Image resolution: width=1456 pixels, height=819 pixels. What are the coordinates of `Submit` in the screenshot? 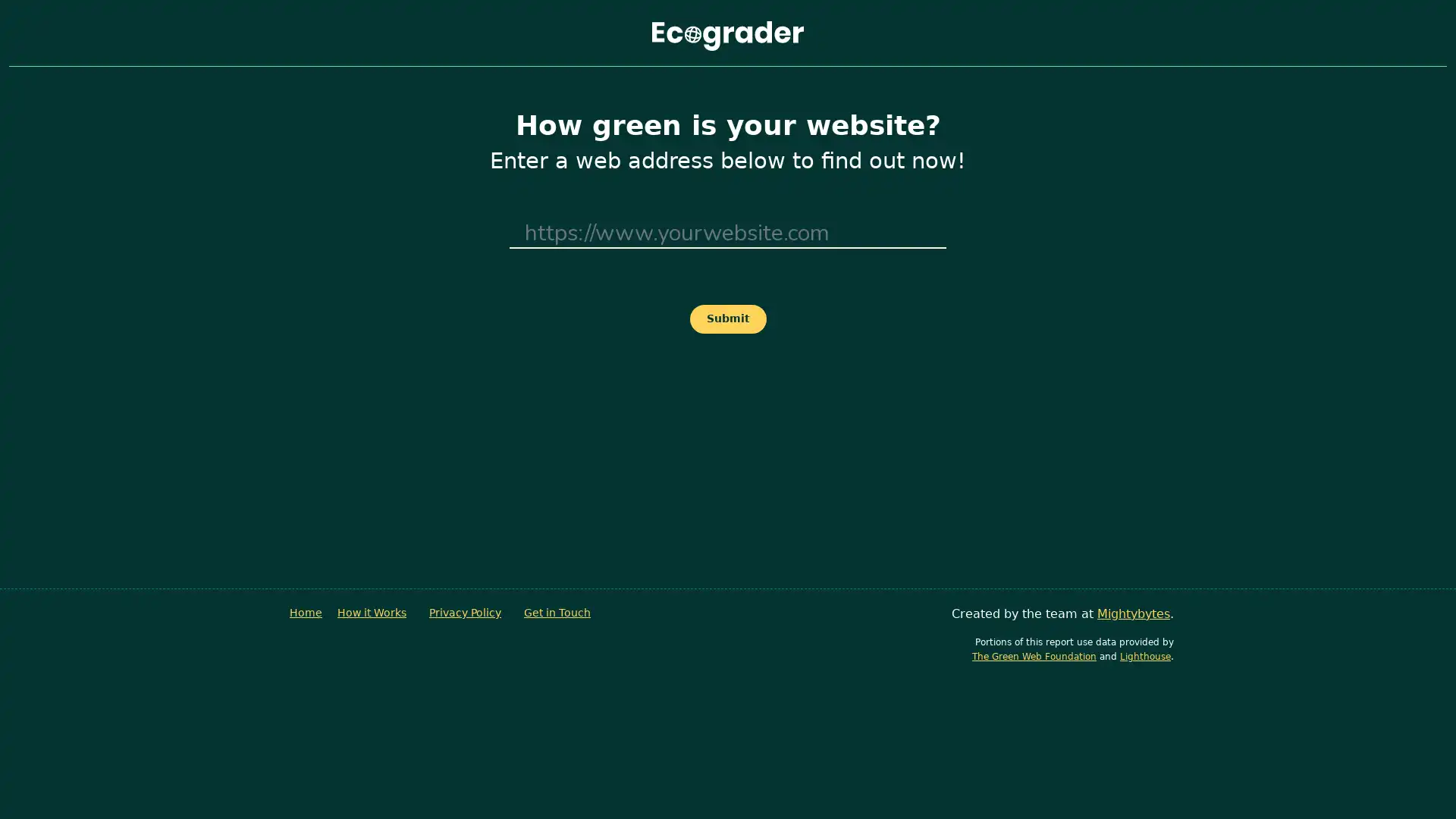 It's located at (726, 318).